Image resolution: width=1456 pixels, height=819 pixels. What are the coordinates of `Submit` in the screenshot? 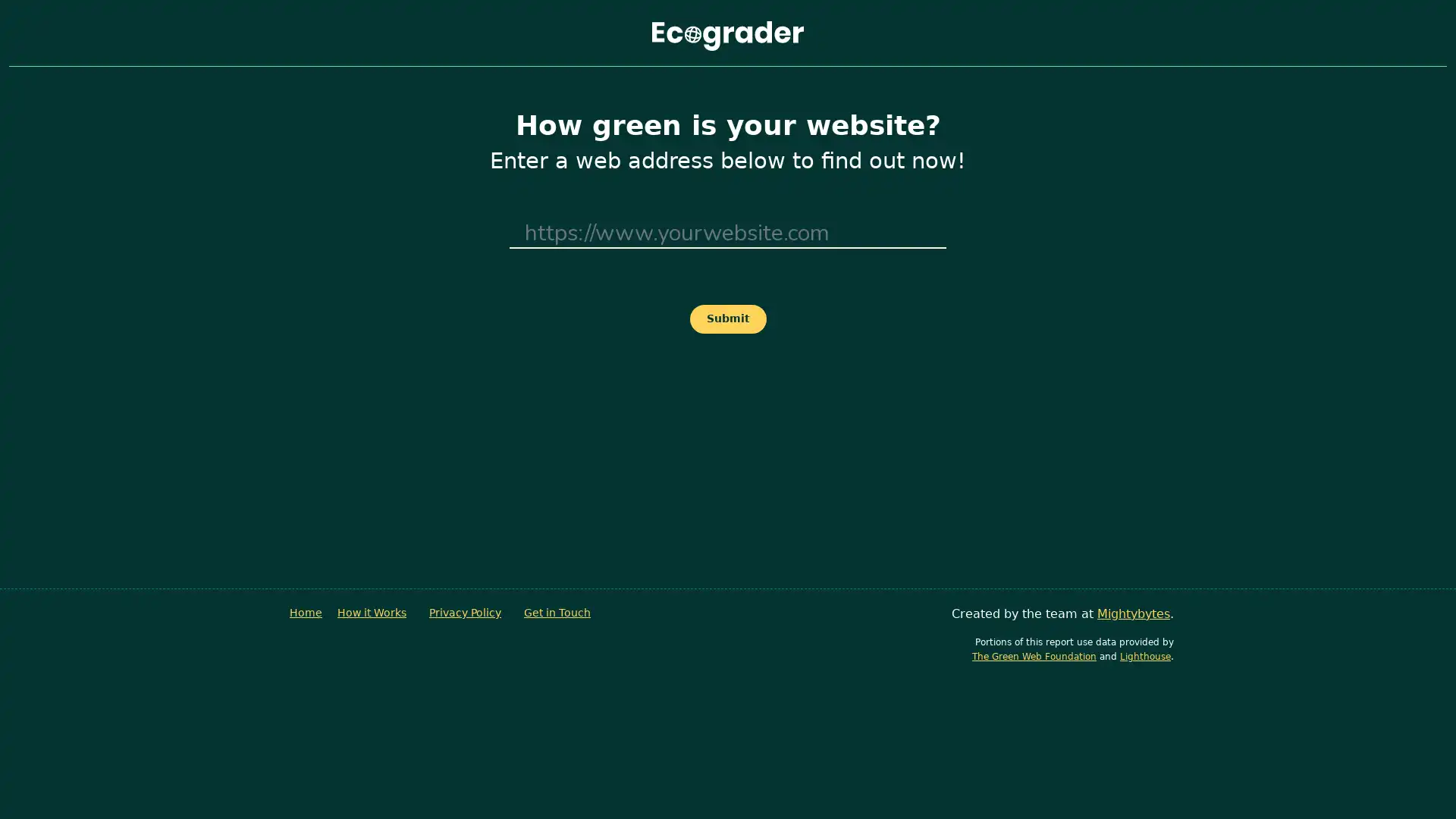 It's located at (726, 318).